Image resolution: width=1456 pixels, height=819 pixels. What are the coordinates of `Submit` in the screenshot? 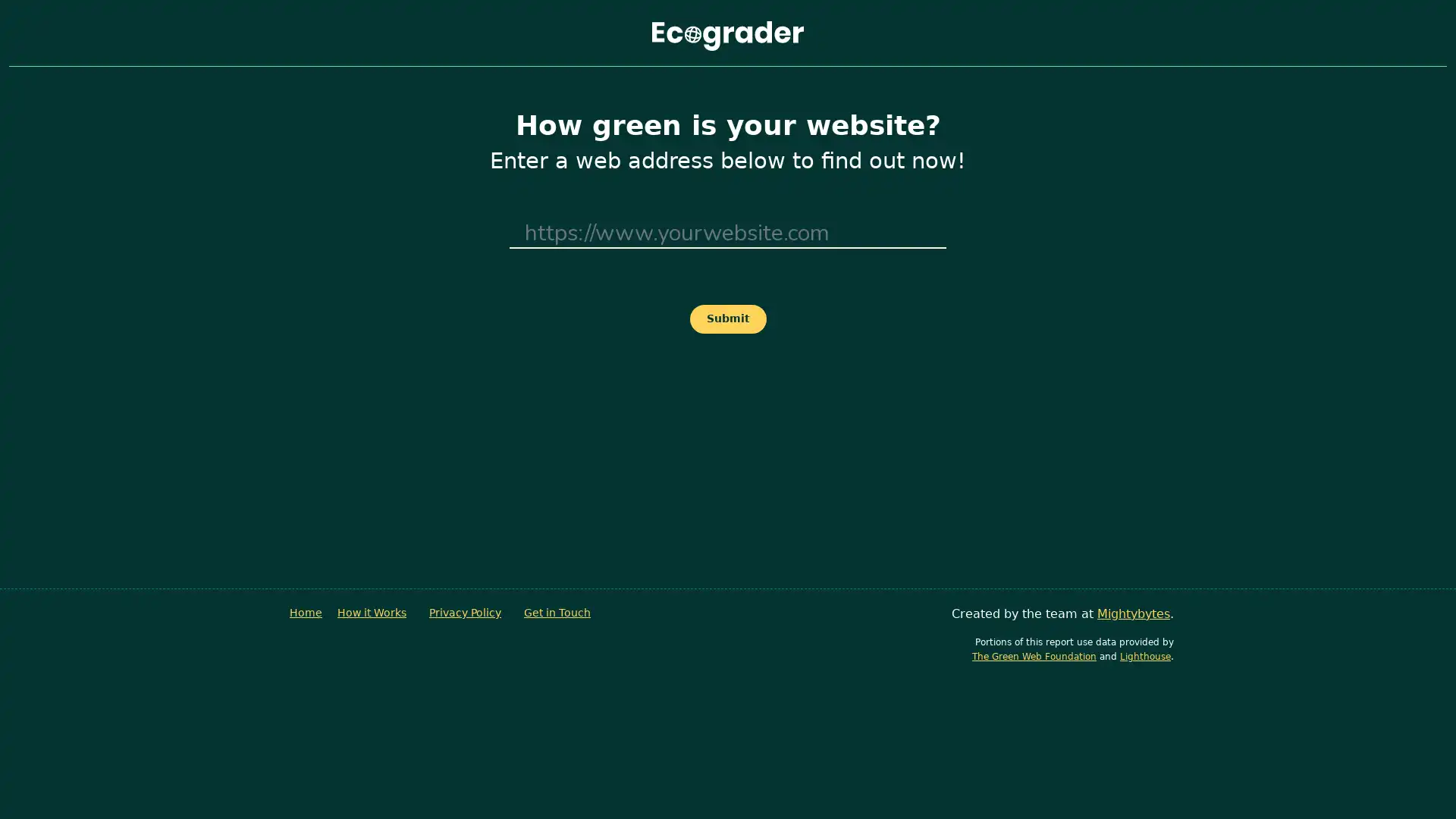 It's located at (726, 318).